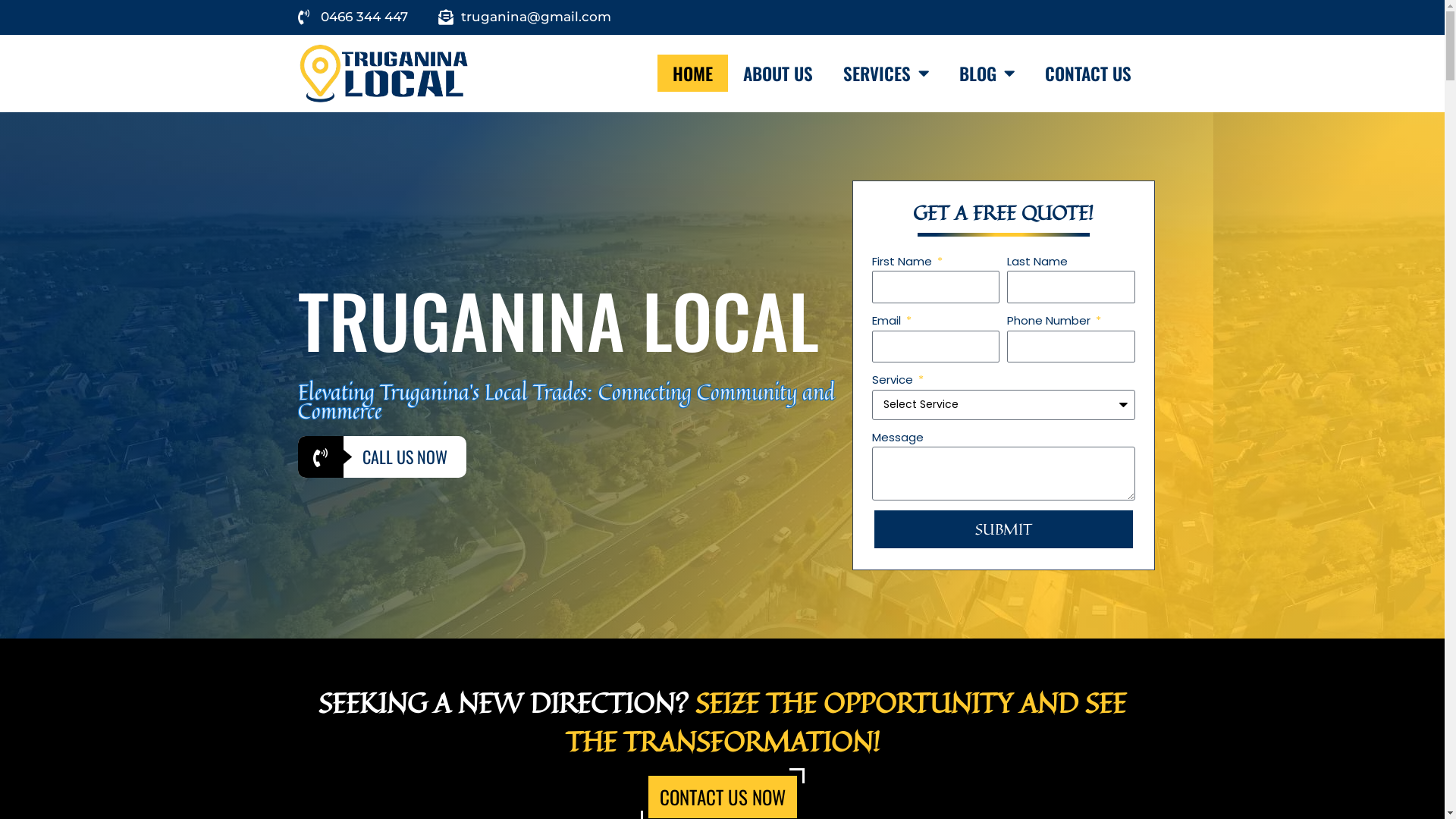 The width and height of the screenshot is (1456, 819). Describe the element at coordinates (381, 456) in the screenshot. I see `'CALL US NOW'` at that location.